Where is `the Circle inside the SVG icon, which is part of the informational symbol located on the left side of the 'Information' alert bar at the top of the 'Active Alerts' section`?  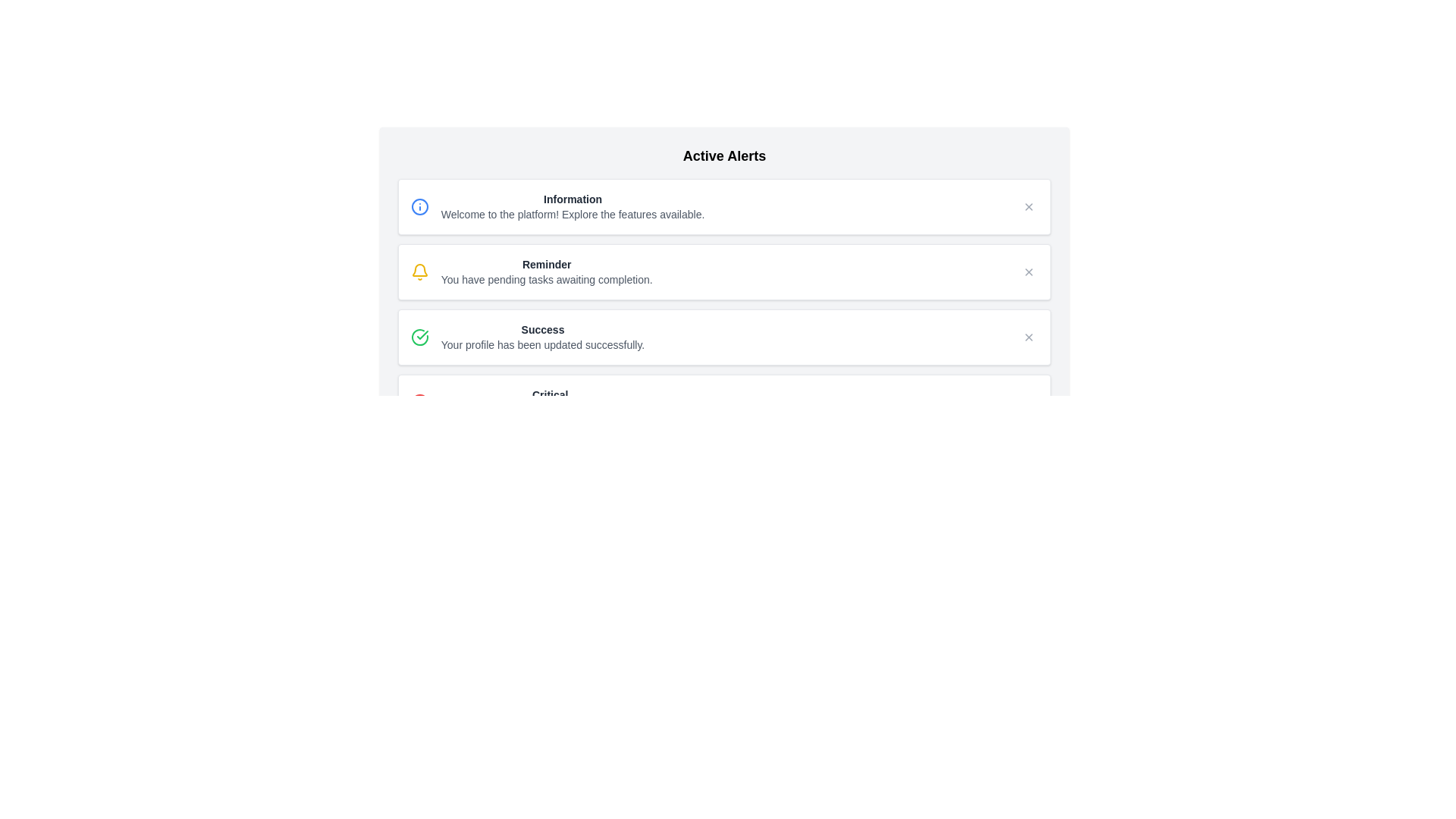
the Circle inside the SVG icon, which is part of the informational symbol located on the left side of the 'Information' alert bar at the top of the 'Active Alerts' section is located at coordinates (419, 207).